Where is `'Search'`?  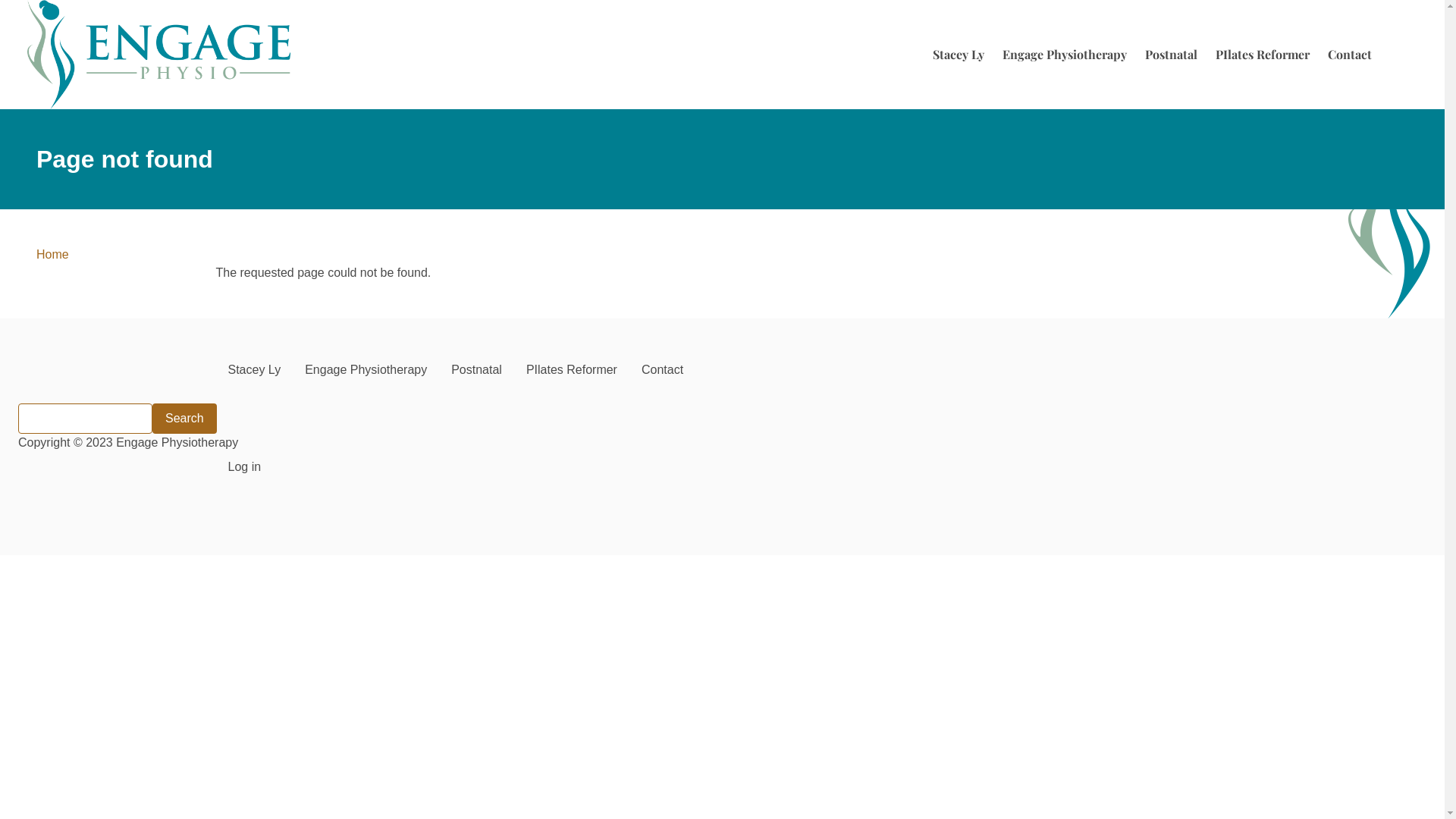
'Search' is located at coordinates (184, 418).